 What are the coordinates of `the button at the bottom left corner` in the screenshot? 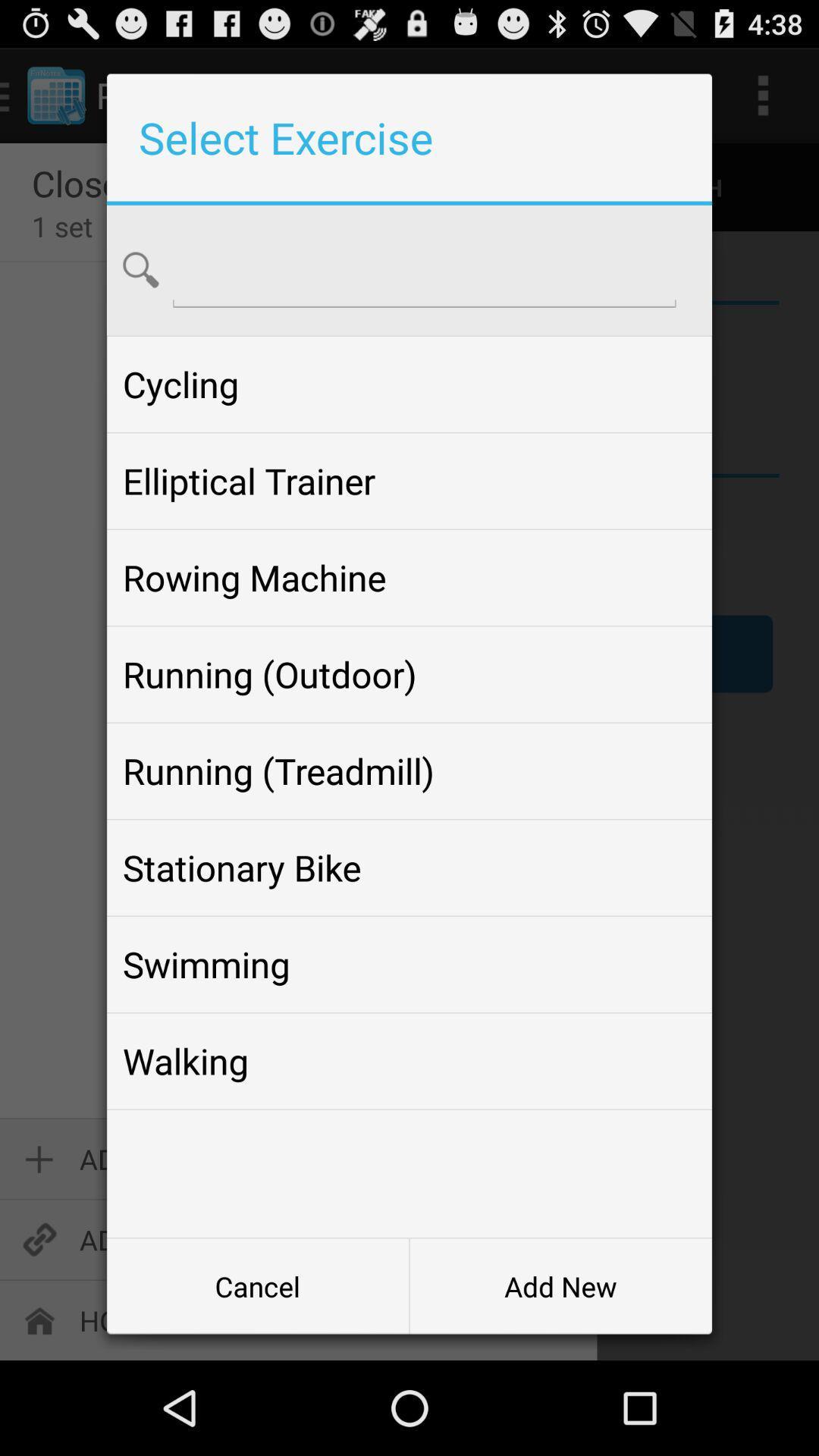 It's located at (257, 1285).